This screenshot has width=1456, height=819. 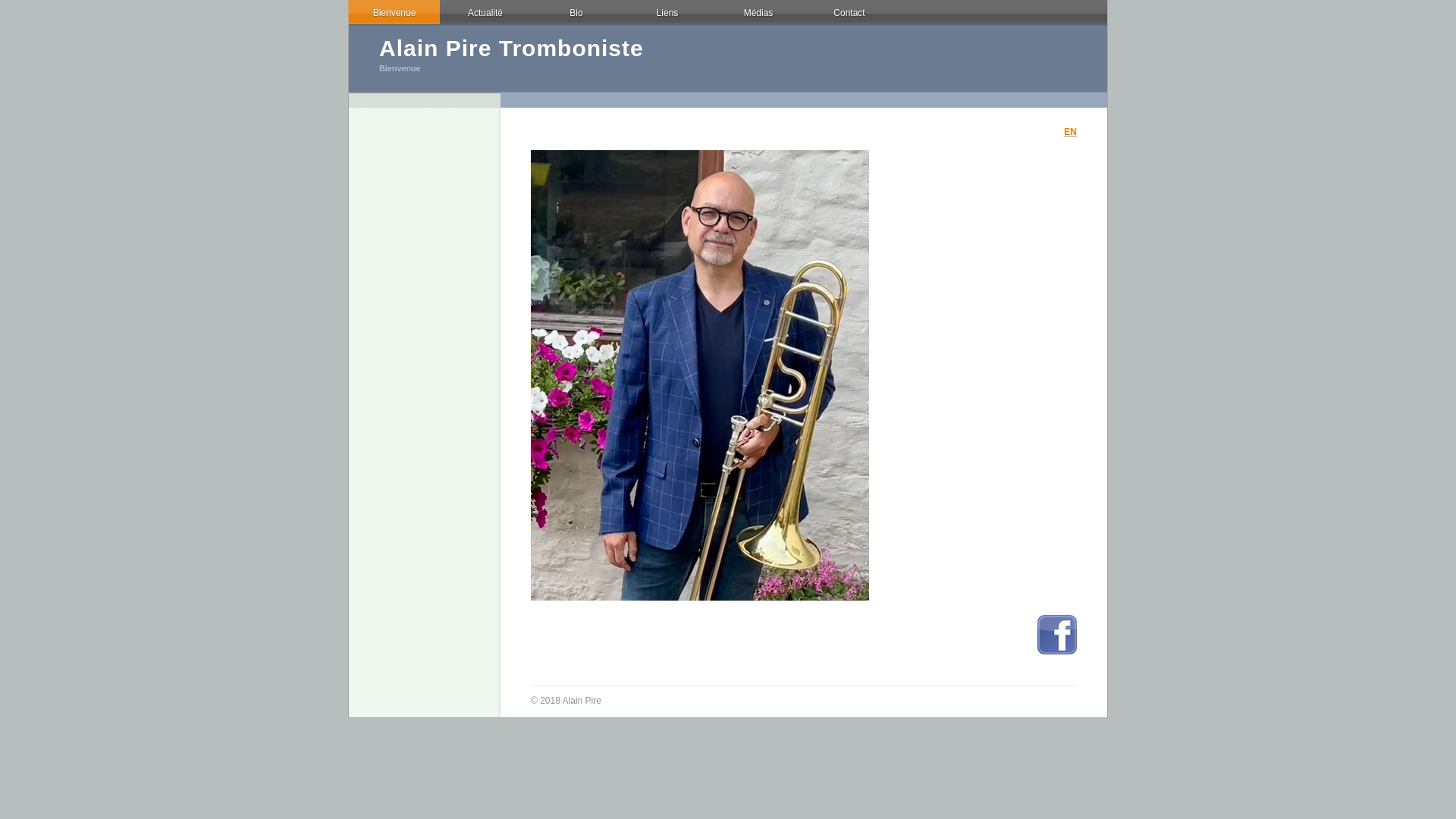 What do you see at coordinates (394, 12) in the screenshot?
I see `'Bienvenue'` at bounding box center [394, 12].